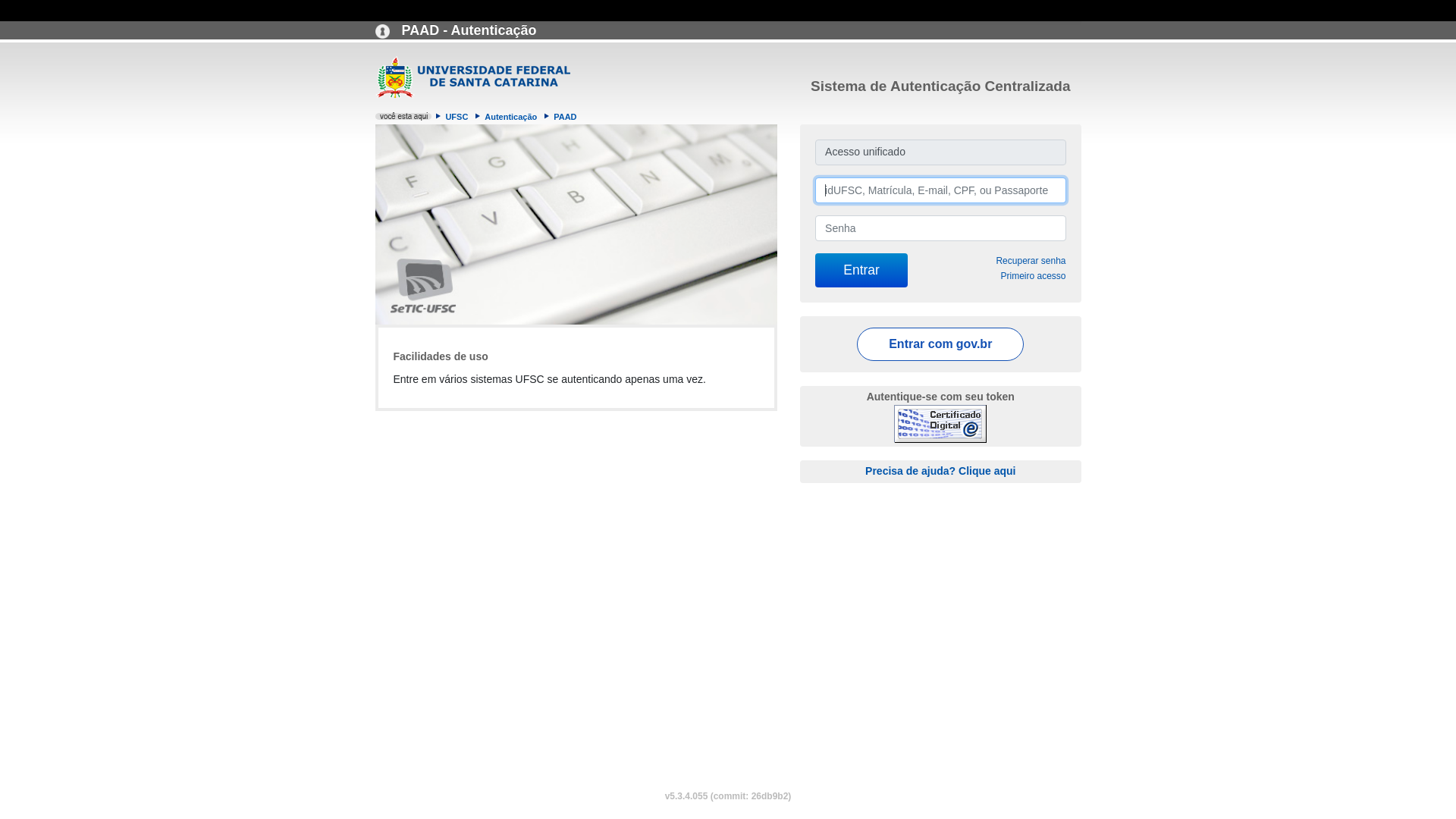 The width and height of the screenshot is (1456, 819). I want to click on 'Primeiro acesso', so click(1032, 275).